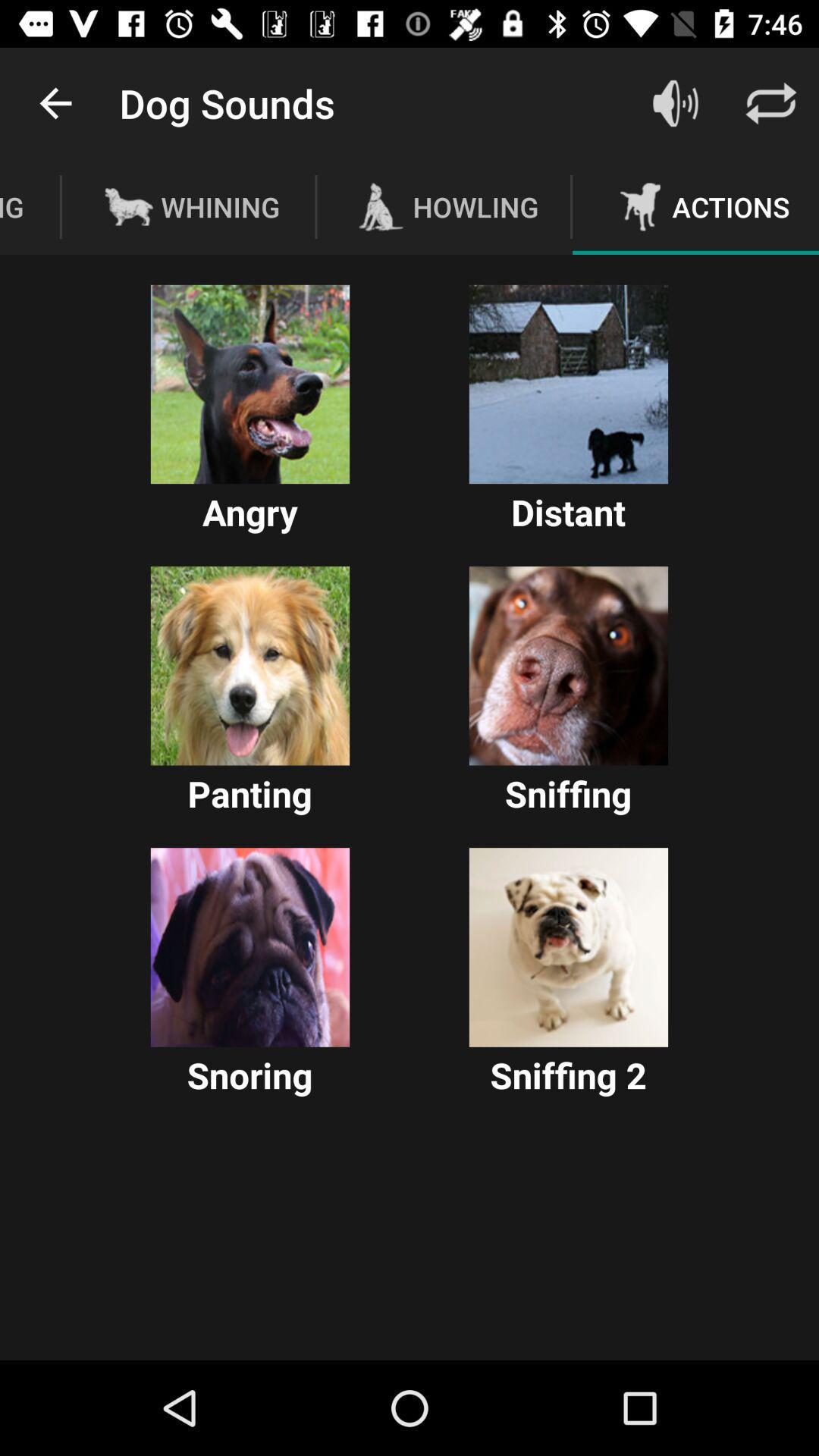  Describe the element at coordinates (249, 384) in the screenshot. I see `picture` at that location.